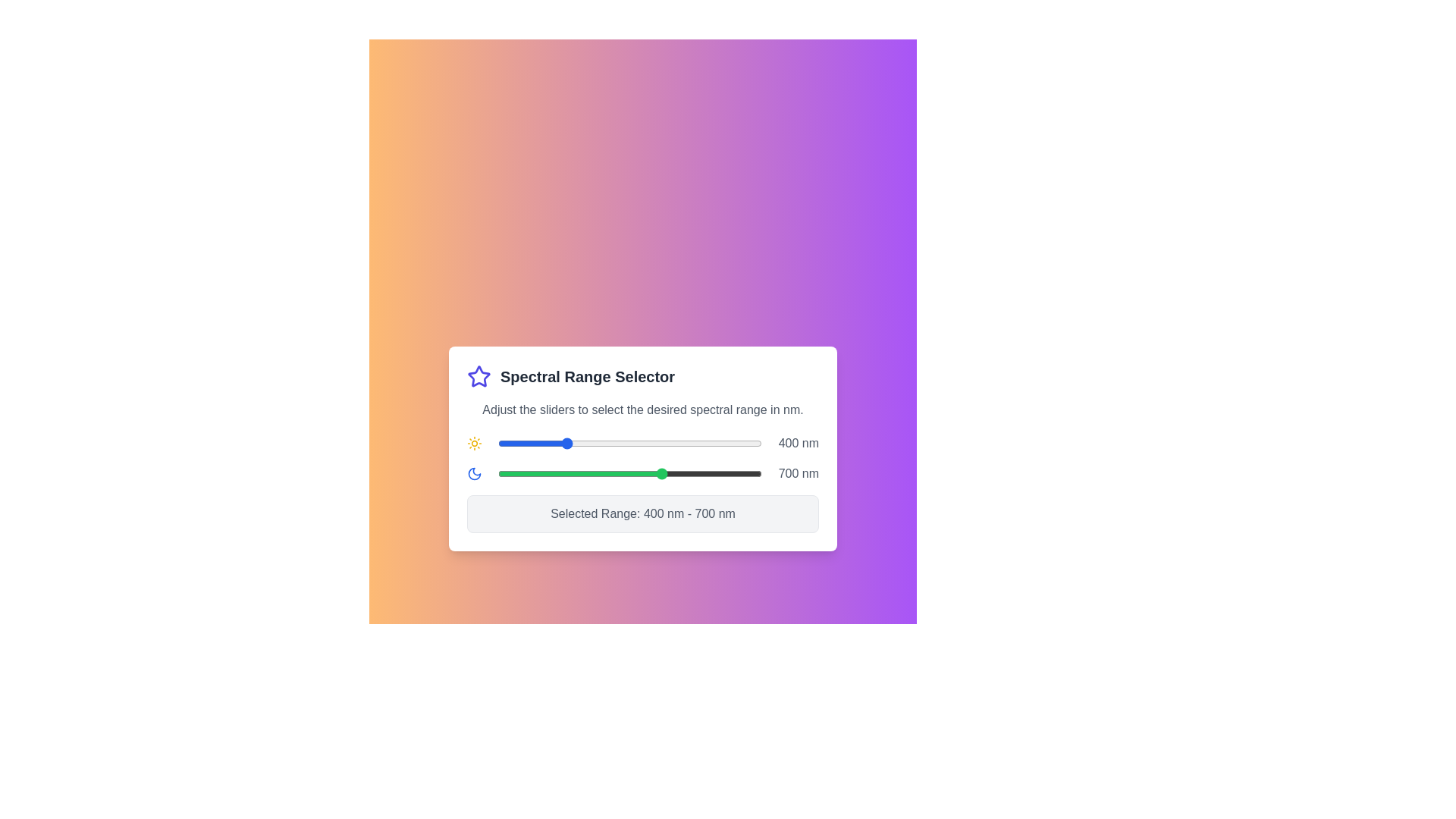 This screenshot has height=819, width=1456. What do you see at coordinates (693, 472) in the screenshot?
I see `the end slider to set the upper limit of the spectral range to 793 nm` at bounding box center [693, 472].